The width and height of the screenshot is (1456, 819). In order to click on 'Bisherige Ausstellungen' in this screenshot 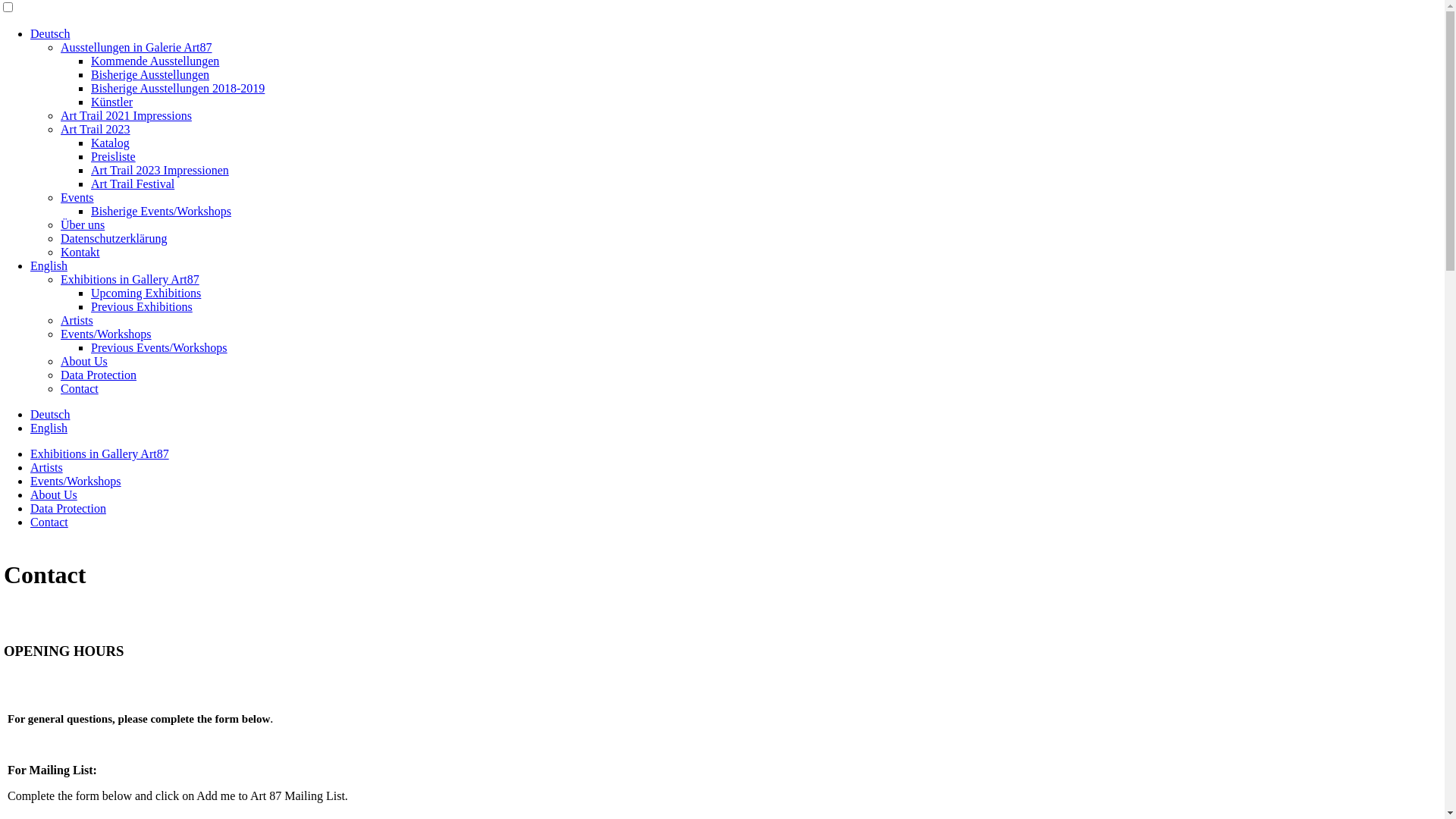, I will do `click(149, 74)`.